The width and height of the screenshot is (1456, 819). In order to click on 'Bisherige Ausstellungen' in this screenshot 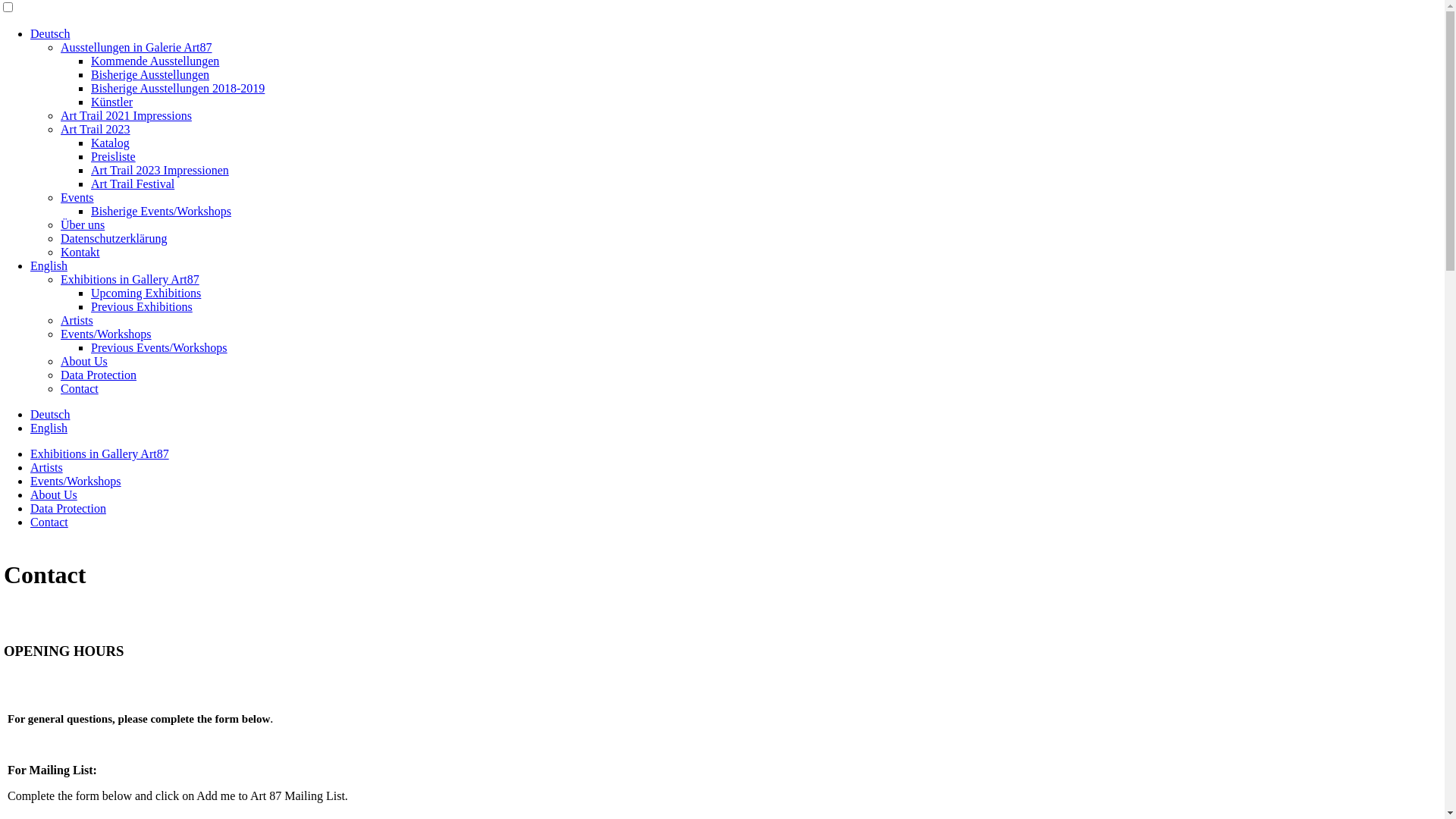, I will do `click(149, 74)`.